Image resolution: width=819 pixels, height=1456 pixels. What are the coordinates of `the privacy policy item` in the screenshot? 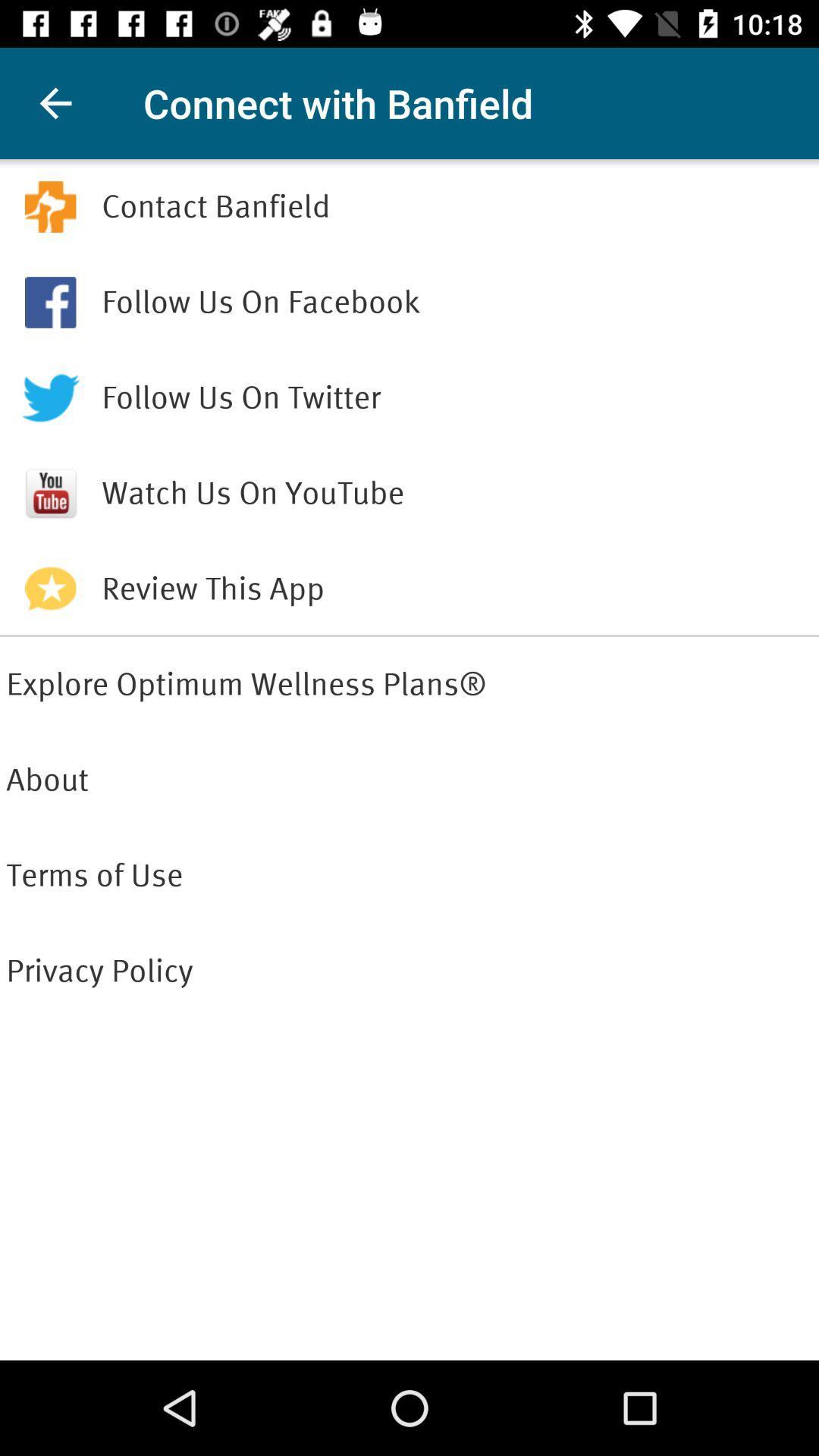 It's located at (409, 971).